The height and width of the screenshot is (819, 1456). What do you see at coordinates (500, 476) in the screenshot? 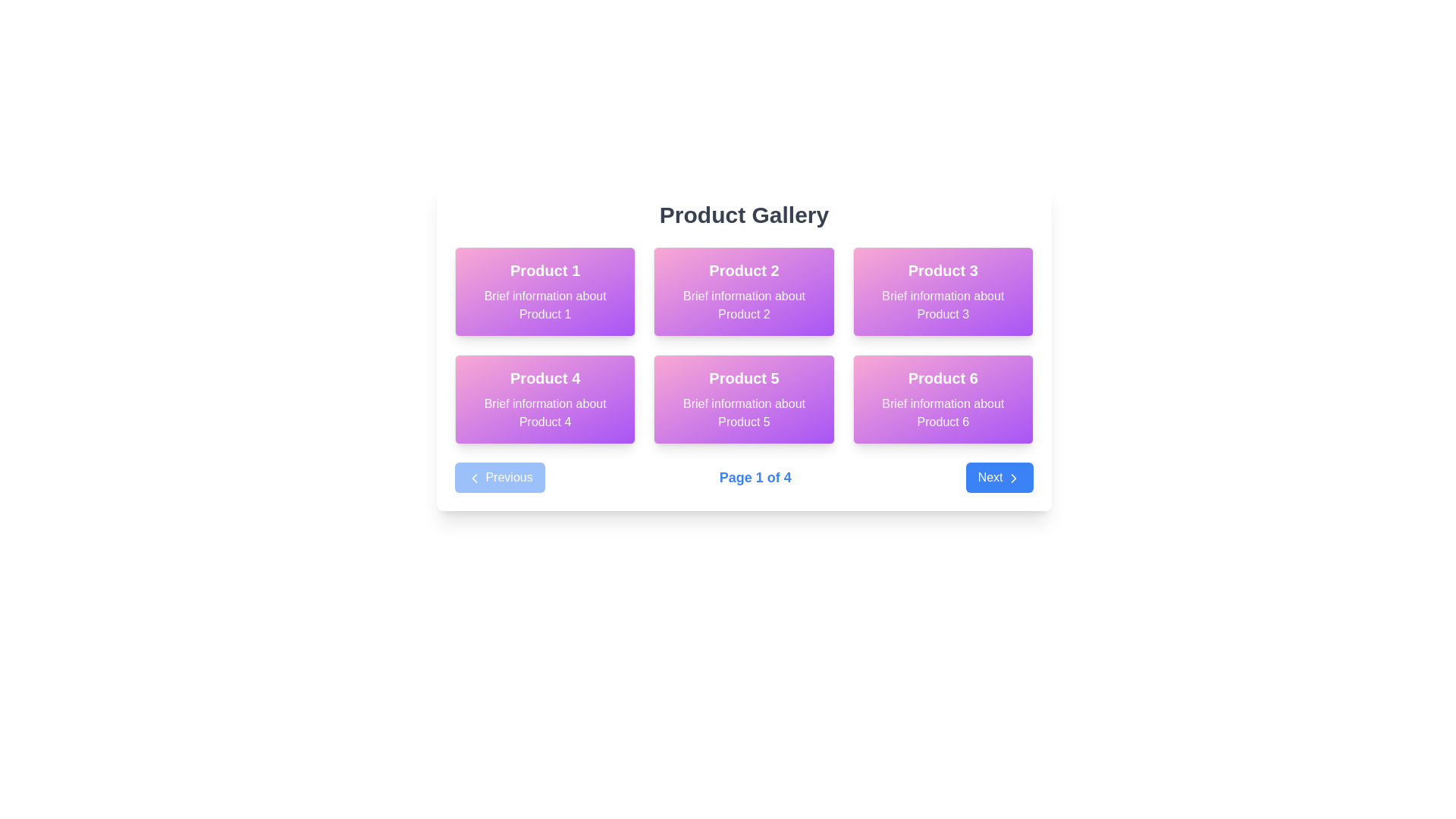
I see `the navigation button that allows moving to the previous page in the pagination section, located to the left of the 'Page 1 of 4' label` at bounding box center [500, 476].